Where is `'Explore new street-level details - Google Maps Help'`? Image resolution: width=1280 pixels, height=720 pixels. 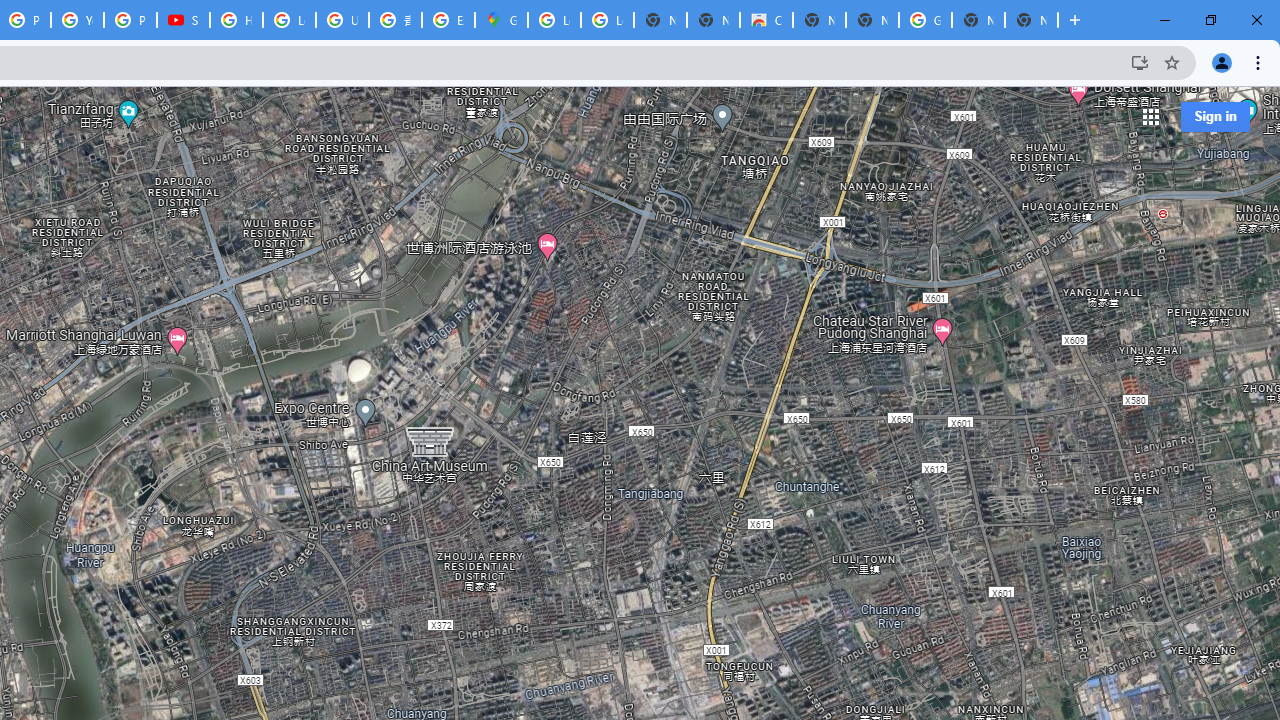 'Explore new street-level details - Google Maps Help' is located at coordinates (447, 20).